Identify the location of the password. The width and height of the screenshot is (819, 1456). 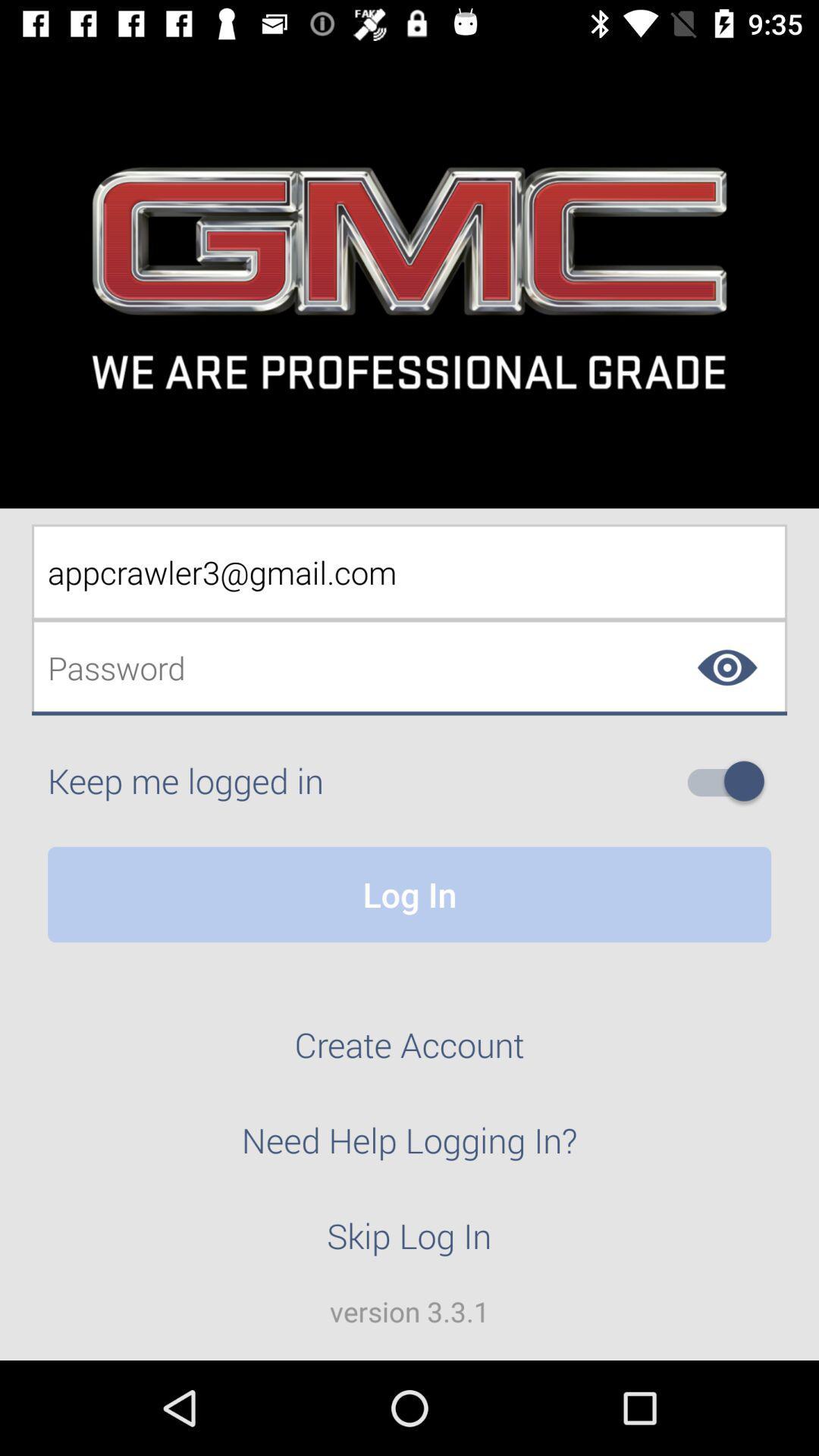
(409, 667).